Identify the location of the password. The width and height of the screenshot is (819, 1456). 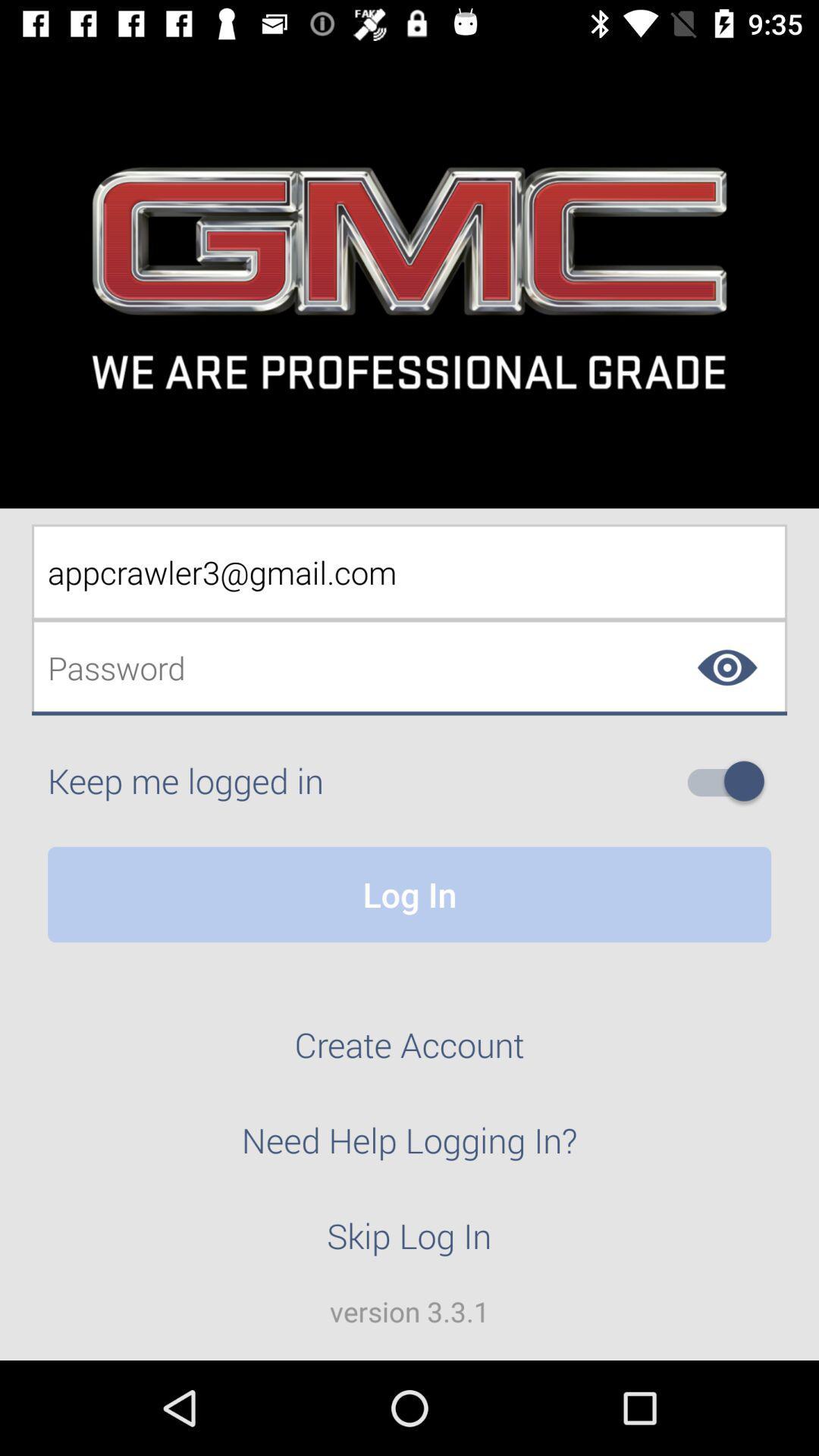
(409, 667).